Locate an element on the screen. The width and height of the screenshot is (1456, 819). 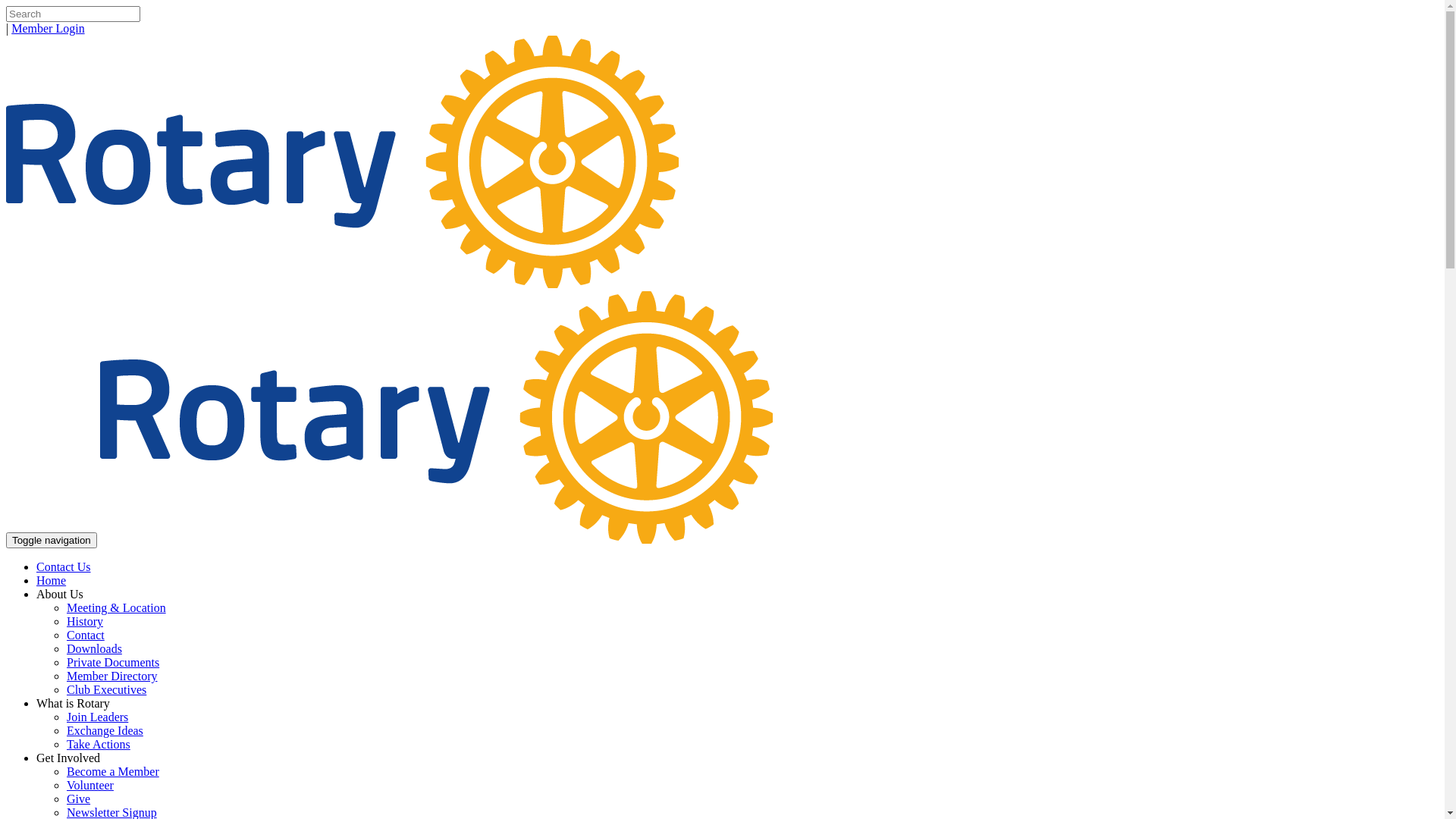
'Home' is located at coordinates (51, 580).